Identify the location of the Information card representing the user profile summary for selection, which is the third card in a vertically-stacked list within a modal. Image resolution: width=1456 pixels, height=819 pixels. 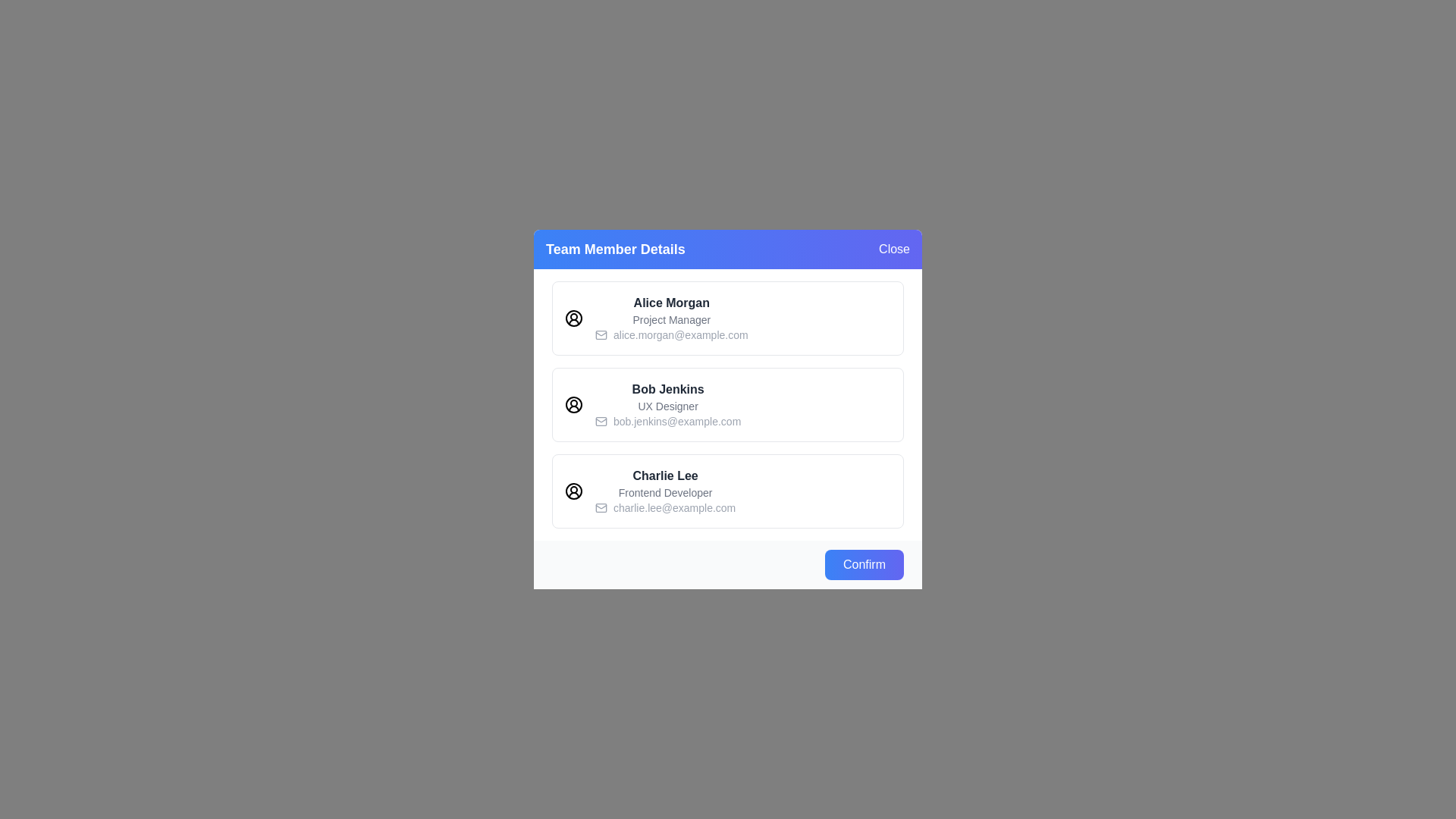
(728, 491).